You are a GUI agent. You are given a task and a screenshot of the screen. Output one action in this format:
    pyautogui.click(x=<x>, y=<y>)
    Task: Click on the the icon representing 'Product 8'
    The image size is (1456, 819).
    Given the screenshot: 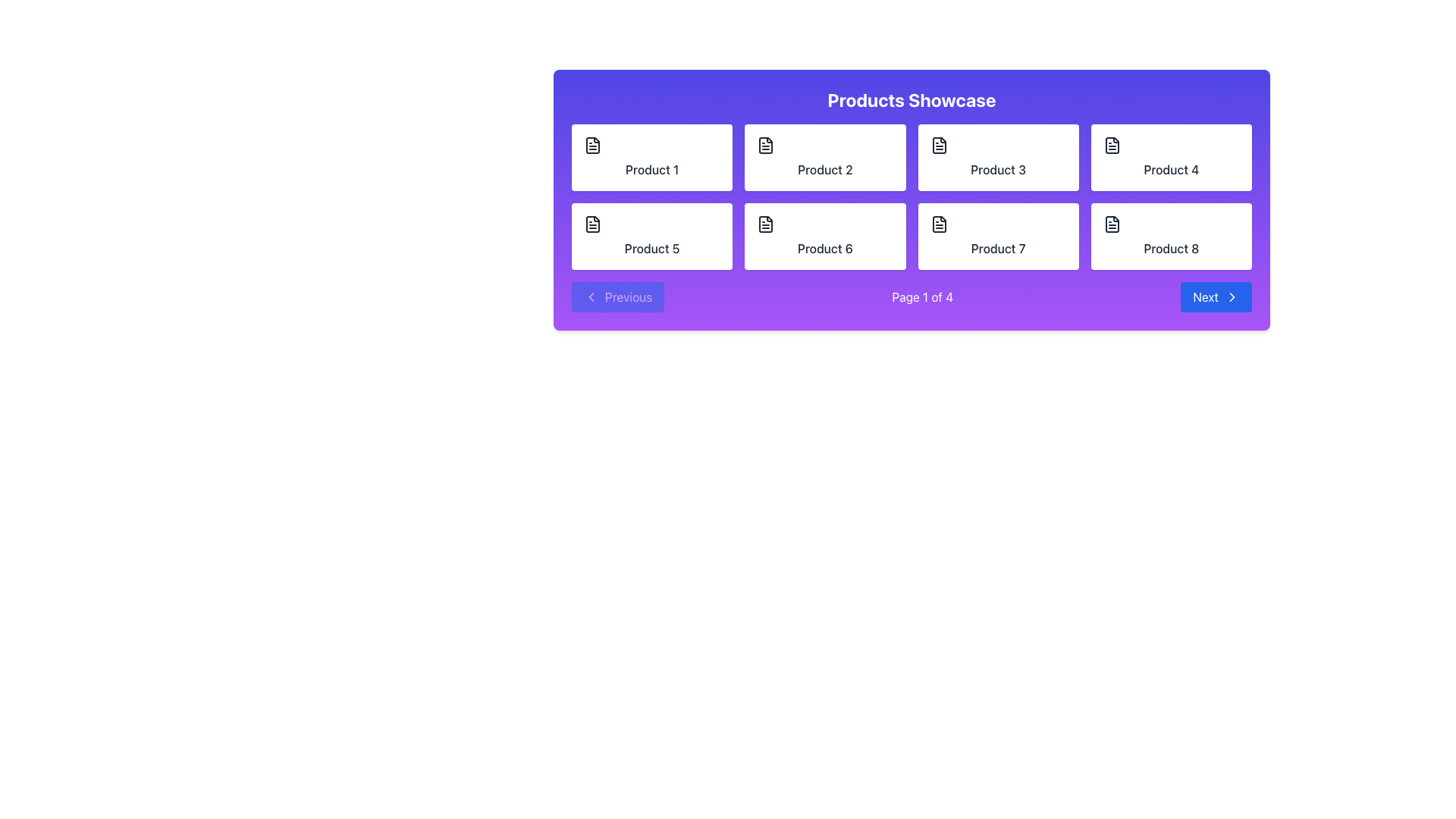 What is the action you would take?
    pyautogui.click(x=1112, y=224)
    